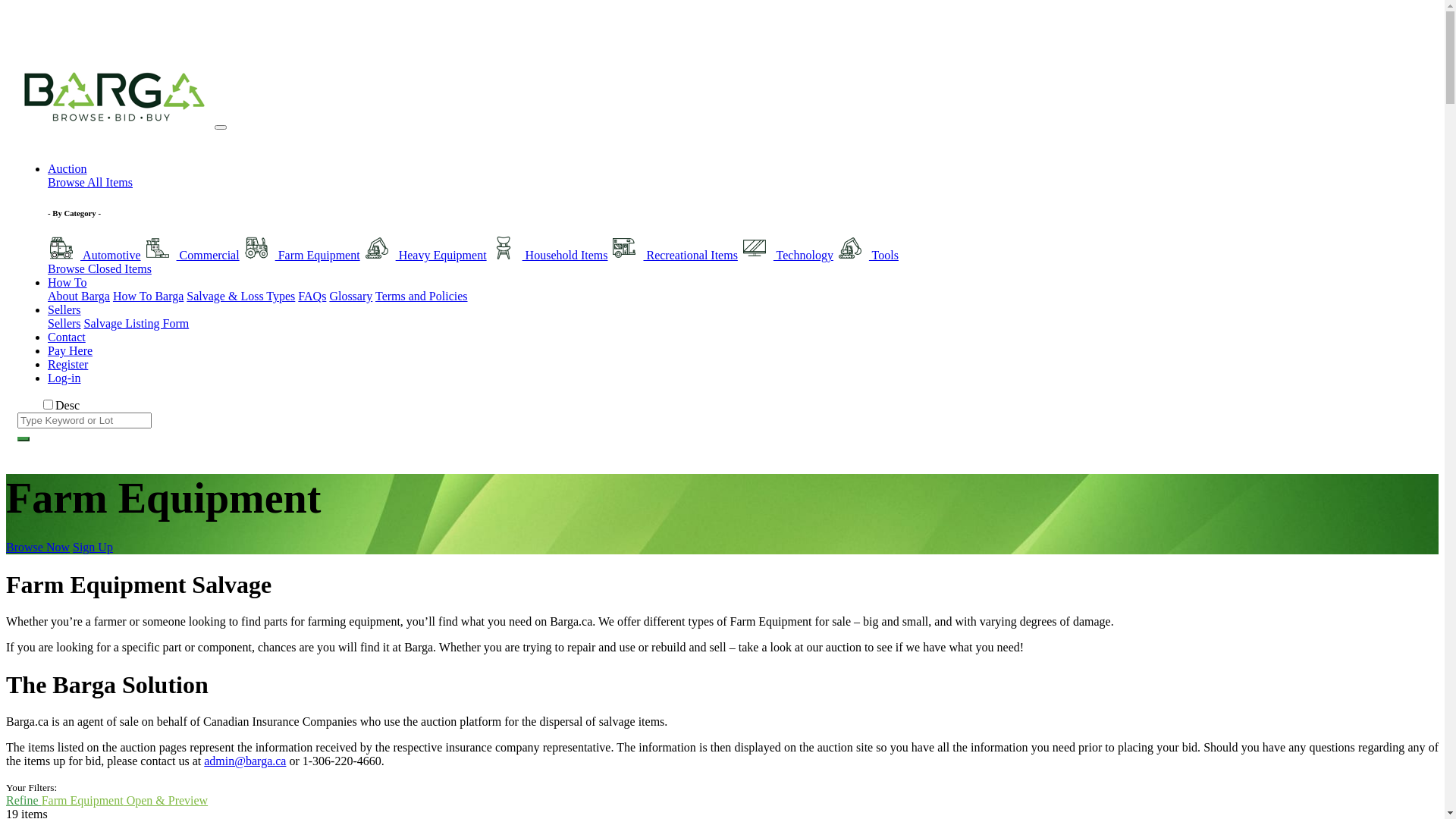 The height and width of the screenshot is (819, 1456). What do you see at coordinates (342, 761) in the screenshot?
I see `'1-306-220-4660.'` at bounding box center [342, 761].